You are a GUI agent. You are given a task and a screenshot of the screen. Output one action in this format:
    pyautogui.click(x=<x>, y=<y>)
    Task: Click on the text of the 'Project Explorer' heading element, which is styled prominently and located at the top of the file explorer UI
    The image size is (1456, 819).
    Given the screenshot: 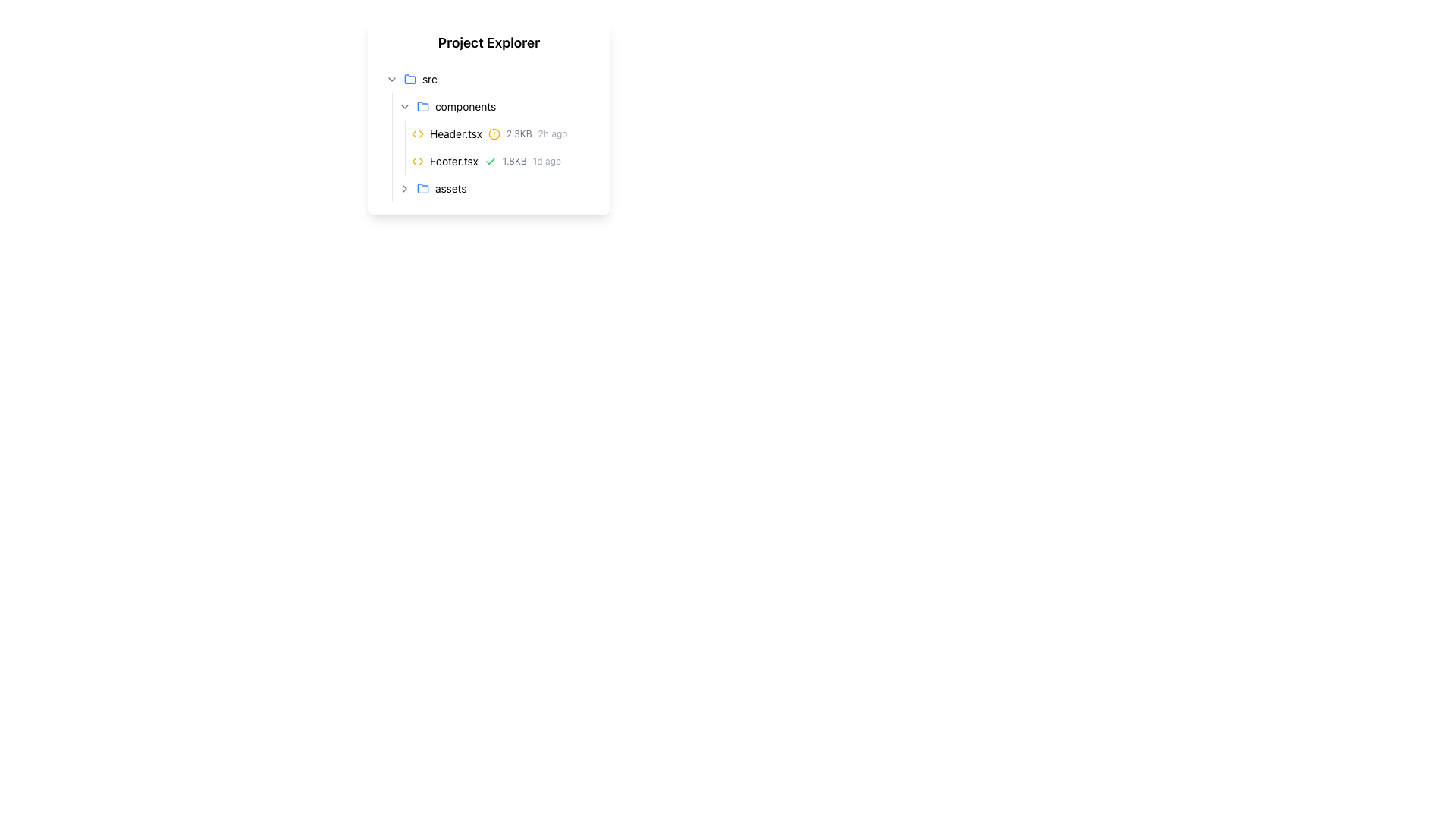 What is the action you would take?
    pyautogui.click(x=488, y=42)
    